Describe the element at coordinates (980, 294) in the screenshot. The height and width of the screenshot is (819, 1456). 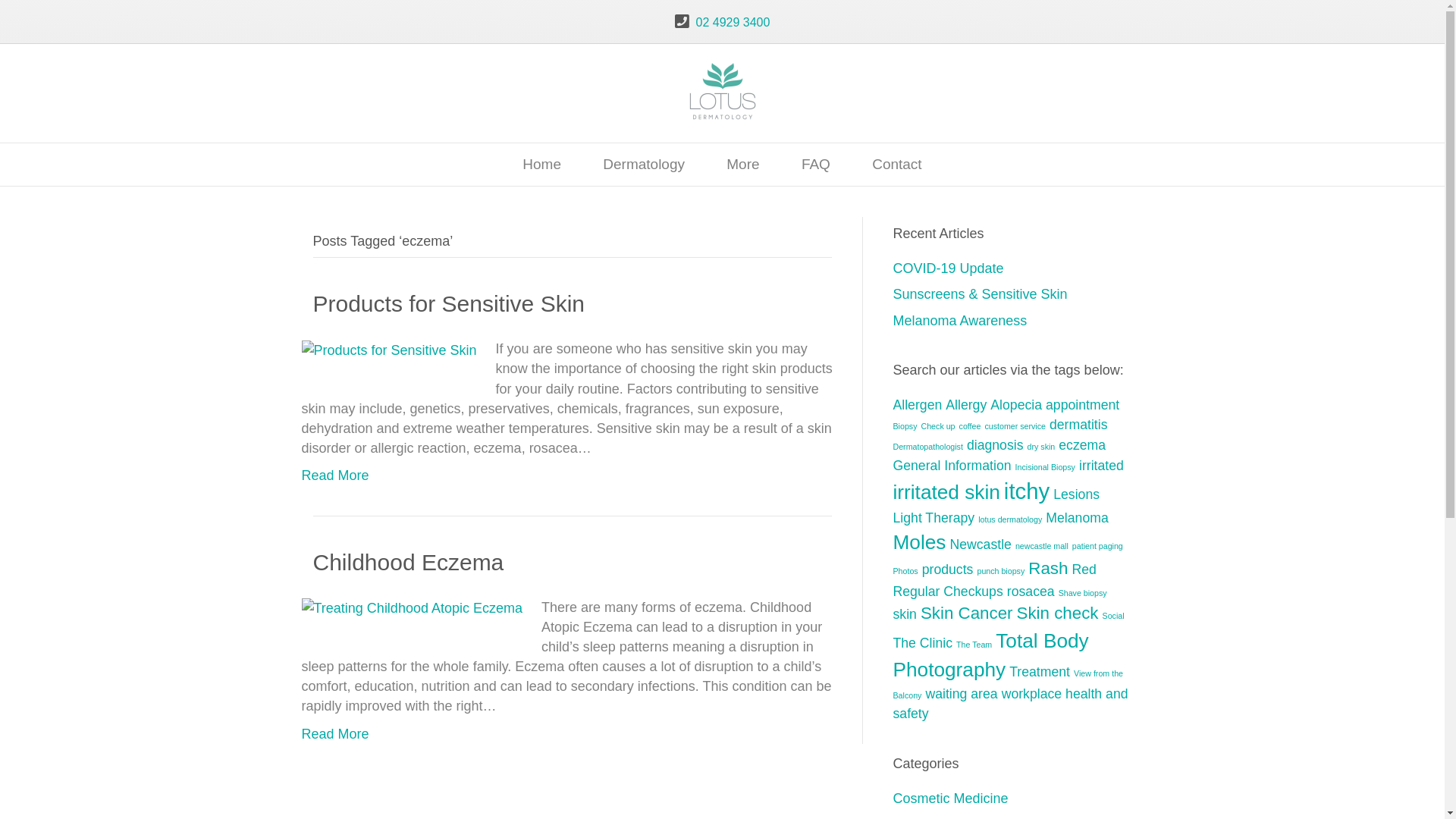
I see `'Sunscreens & Sensitive Skin'` at that location.